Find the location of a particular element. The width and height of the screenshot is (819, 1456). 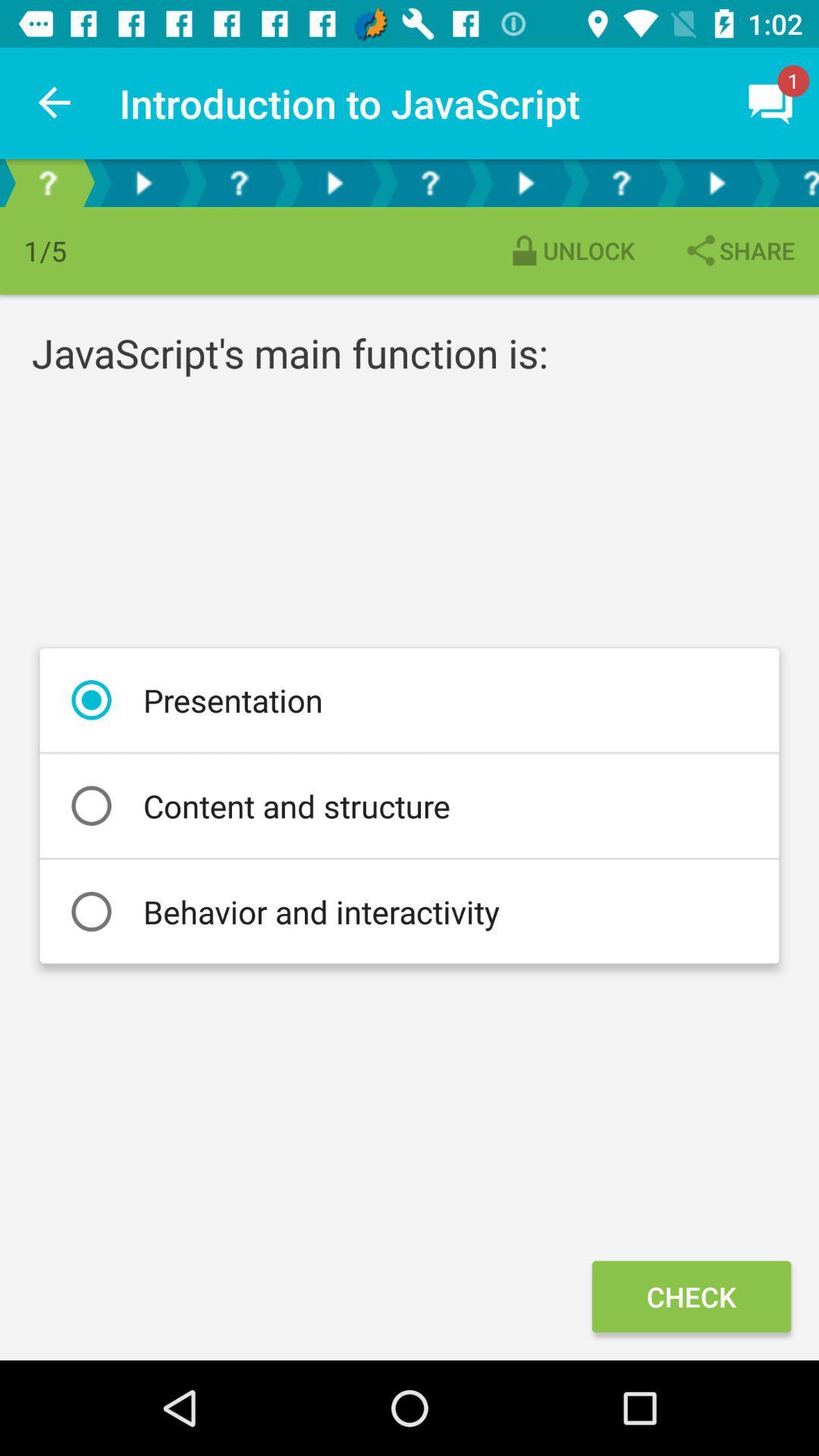

next question is located at coordinates (717, 182).